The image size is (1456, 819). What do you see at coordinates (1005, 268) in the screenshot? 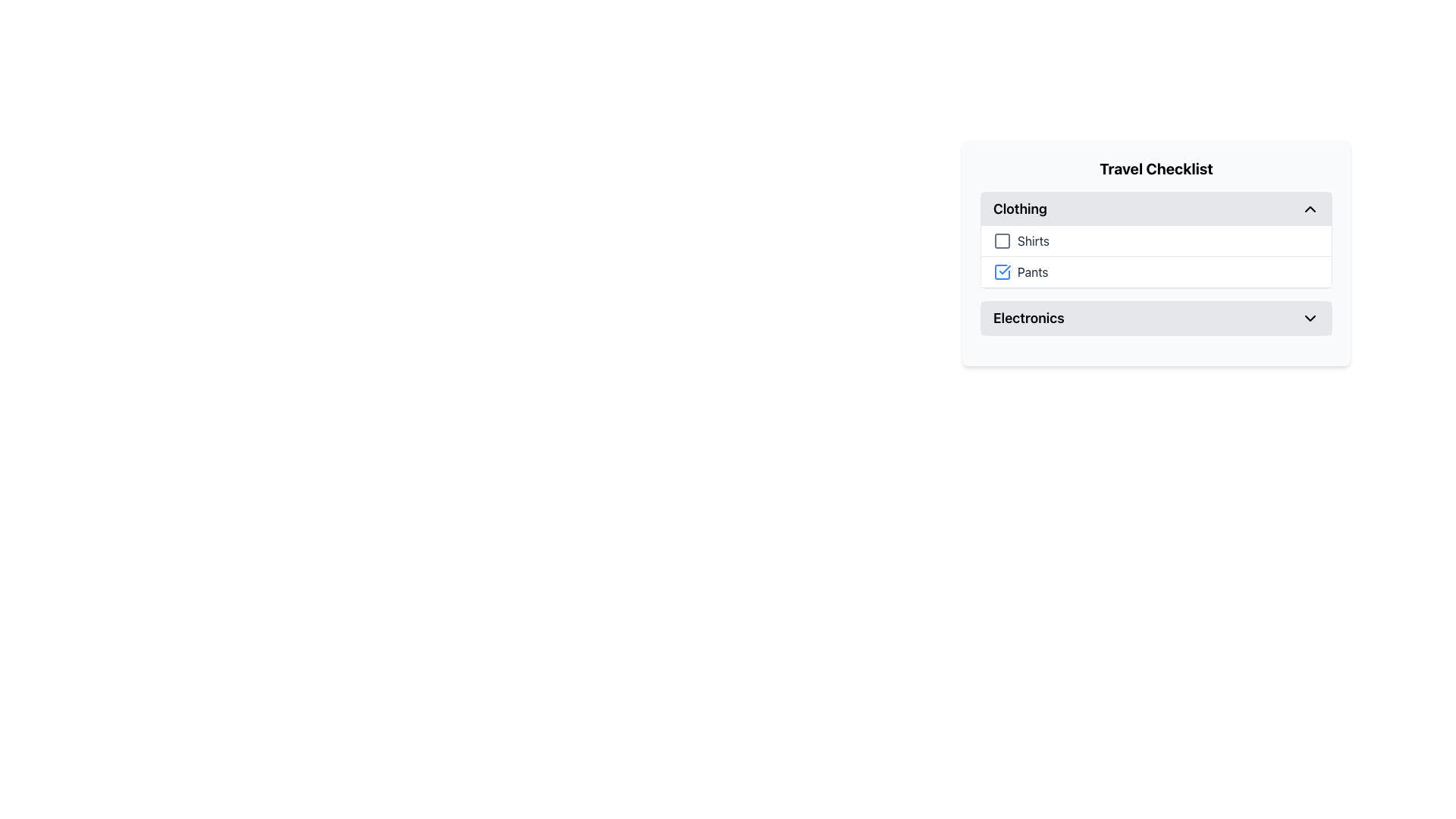
I see `the Checkmark Icon indicating an active selection for the 'Pants' label in the 'Clothing' section of the 'Travel Checklist'` at bounding box center [1005, 268].